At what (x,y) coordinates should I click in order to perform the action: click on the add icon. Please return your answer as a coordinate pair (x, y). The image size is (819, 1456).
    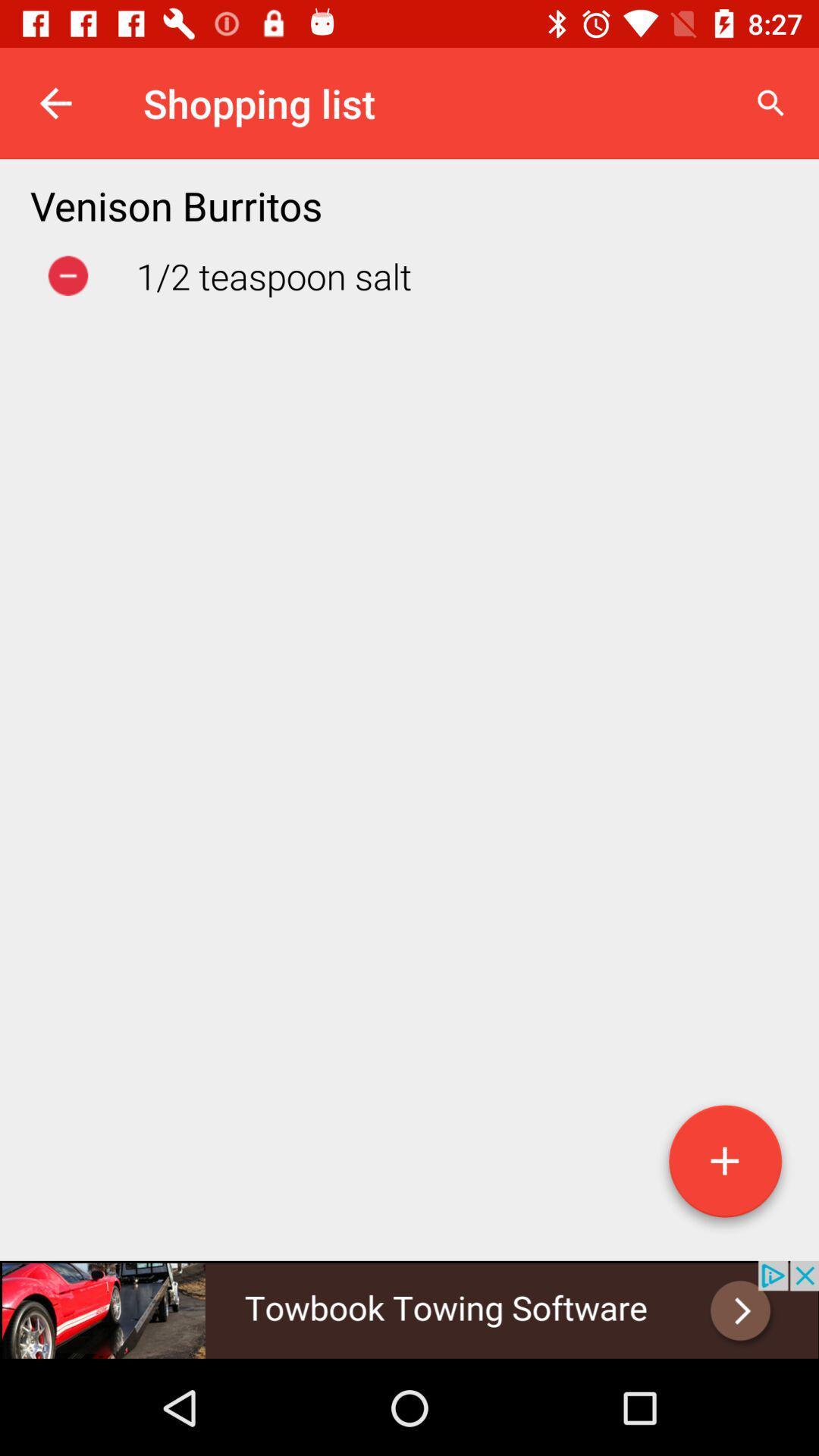
    Looking at the image, I should click on (724, 1166).